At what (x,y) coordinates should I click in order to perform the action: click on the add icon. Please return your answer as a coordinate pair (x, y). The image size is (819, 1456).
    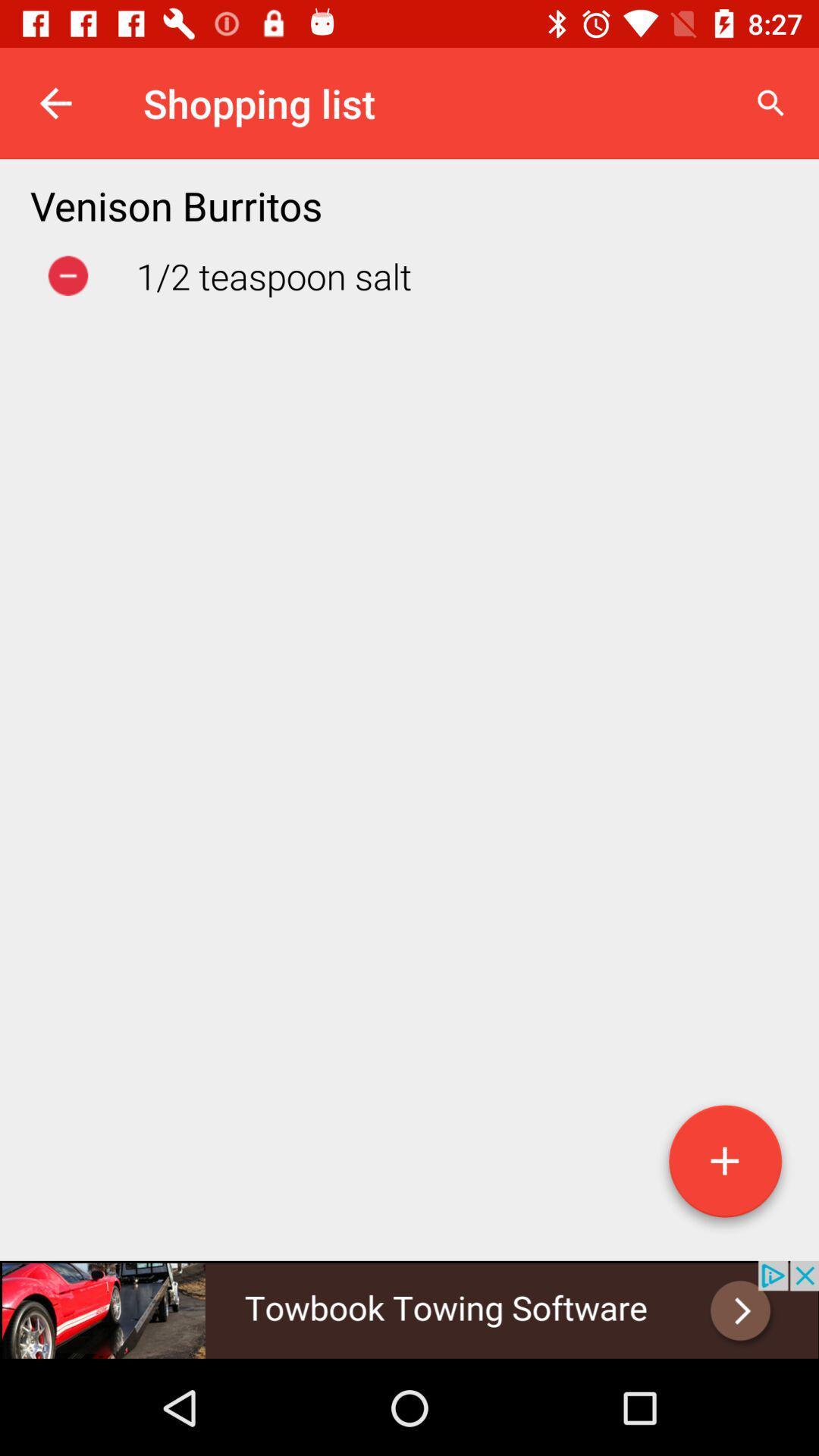
    Looking at the image, I should click on (724, 1166).